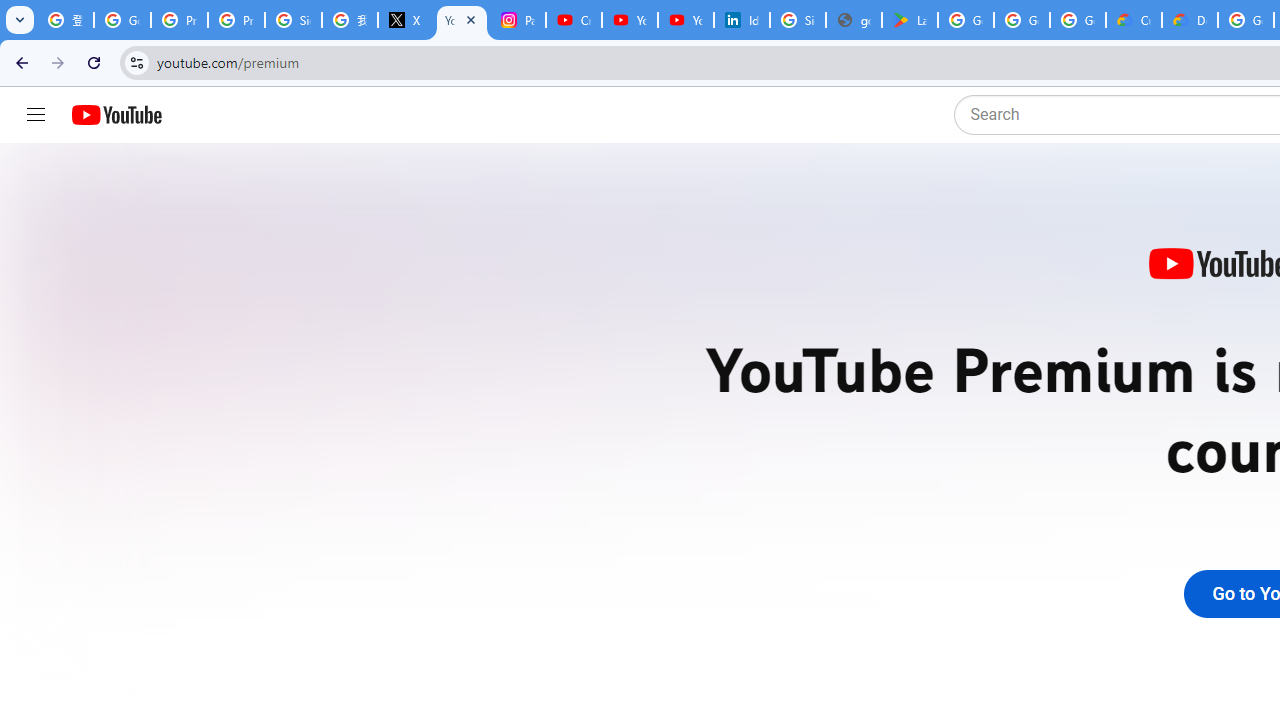  What do you see at coordinates (35, 115) in the screenshot?
I see `'Guide'` at bounding box center [35, 115].